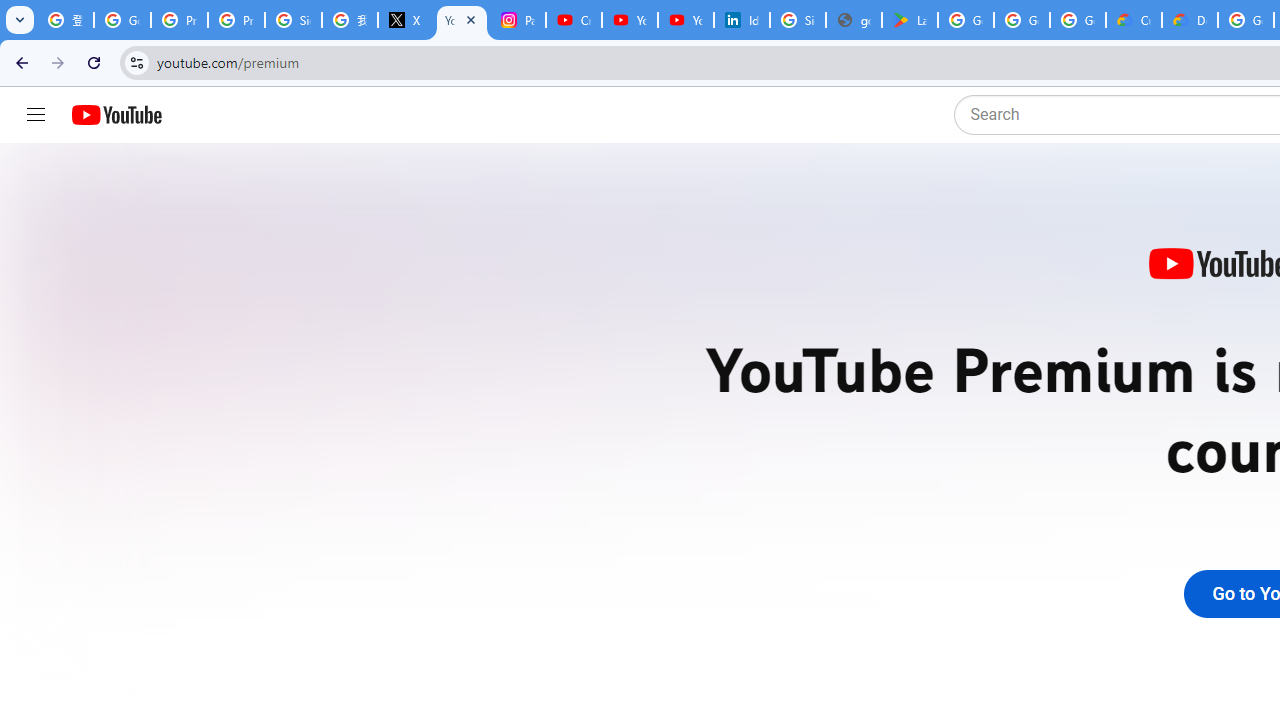  What do you see at coordinates (35, 115) in the screenshot?
I see `'Guide'` at bounding box center [35, 115].